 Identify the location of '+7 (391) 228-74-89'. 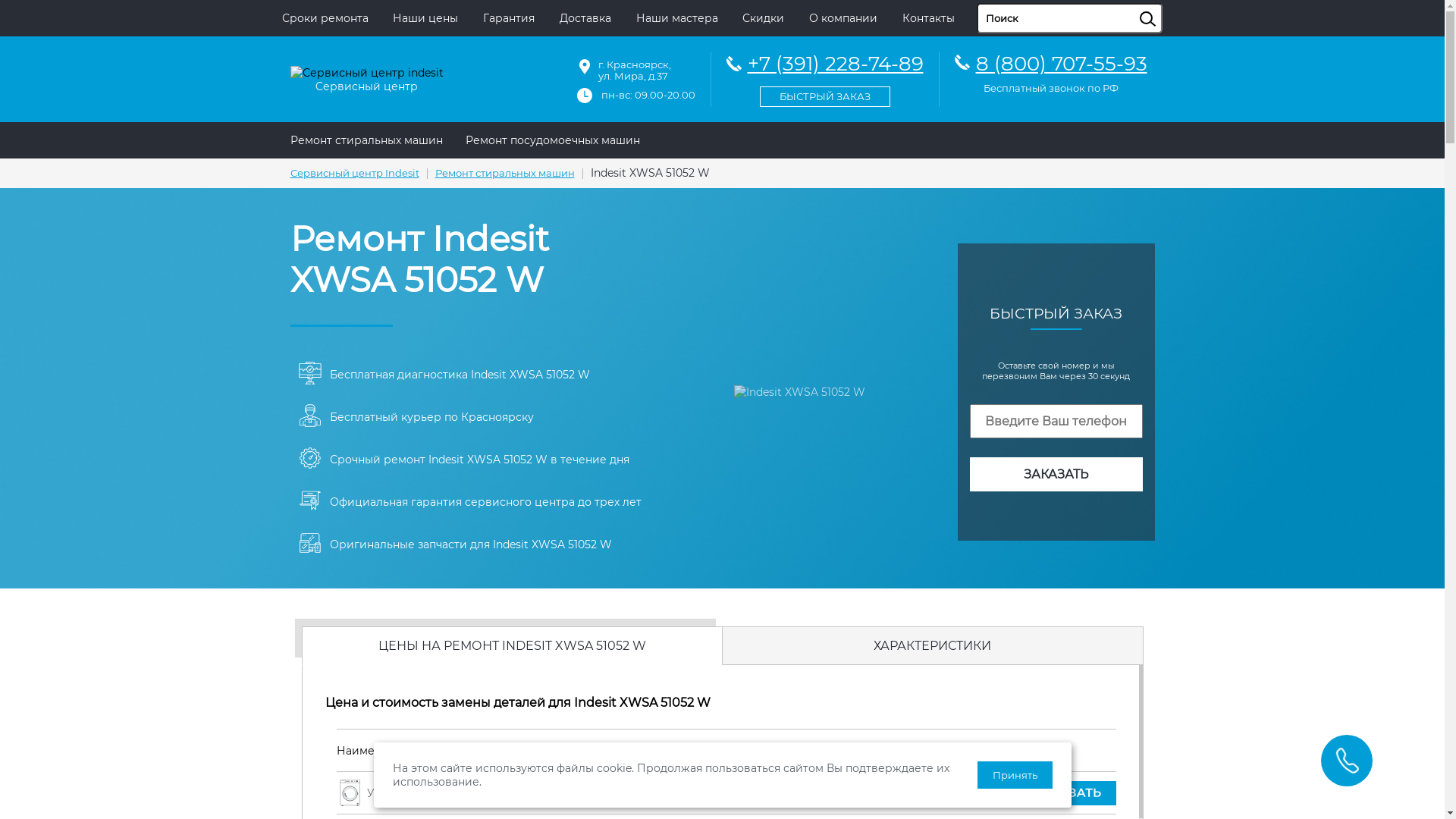
(726, 77).